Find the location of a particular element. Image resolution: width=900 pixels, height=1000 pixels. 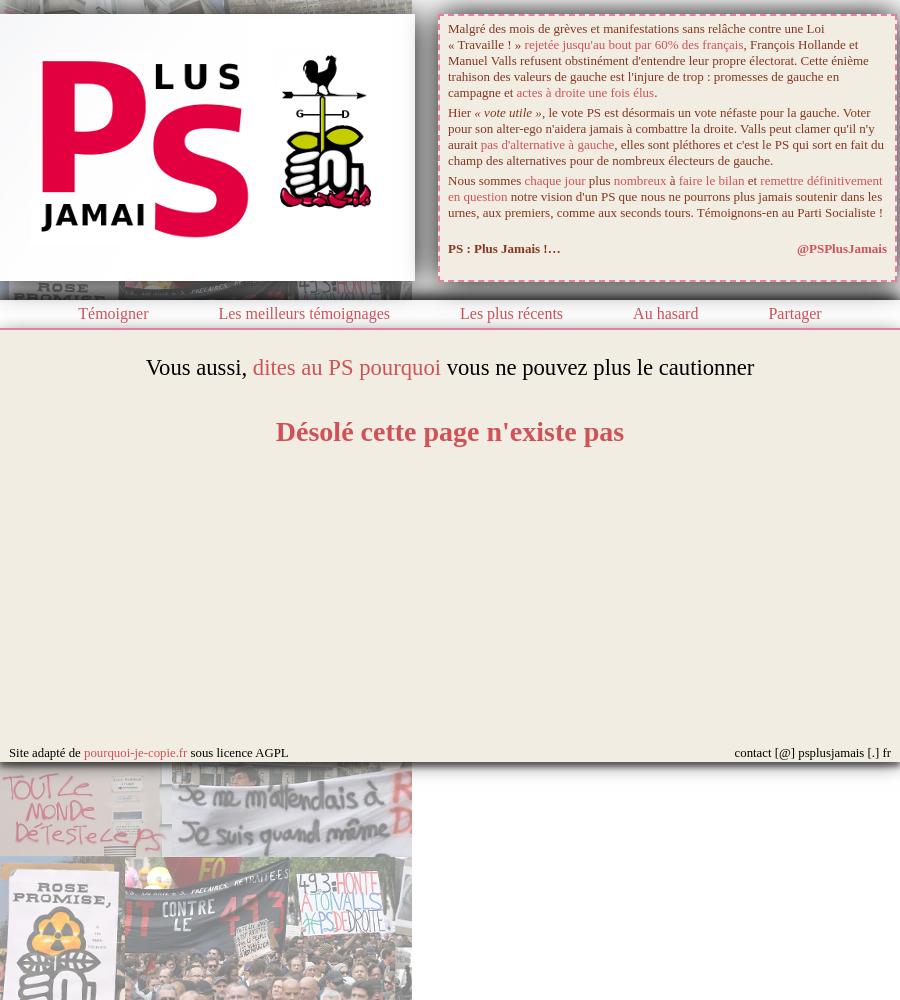

'Témoigner' is located at coordinates (113, 312).